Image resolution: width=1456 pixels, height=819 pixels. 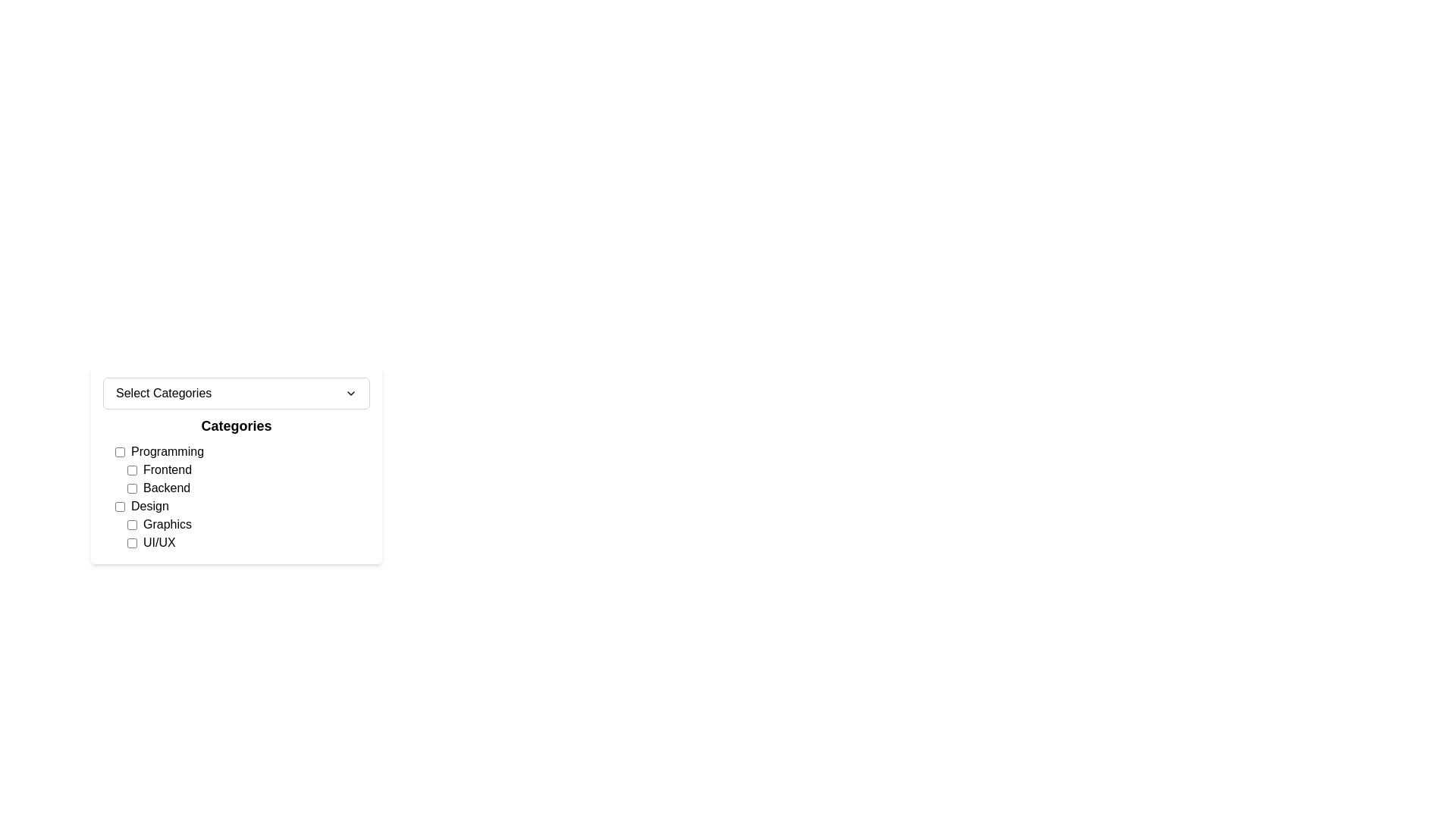 I want to click on the checkbox for the 'Frontend' category, which is positioned, so click(x=132, y=469).